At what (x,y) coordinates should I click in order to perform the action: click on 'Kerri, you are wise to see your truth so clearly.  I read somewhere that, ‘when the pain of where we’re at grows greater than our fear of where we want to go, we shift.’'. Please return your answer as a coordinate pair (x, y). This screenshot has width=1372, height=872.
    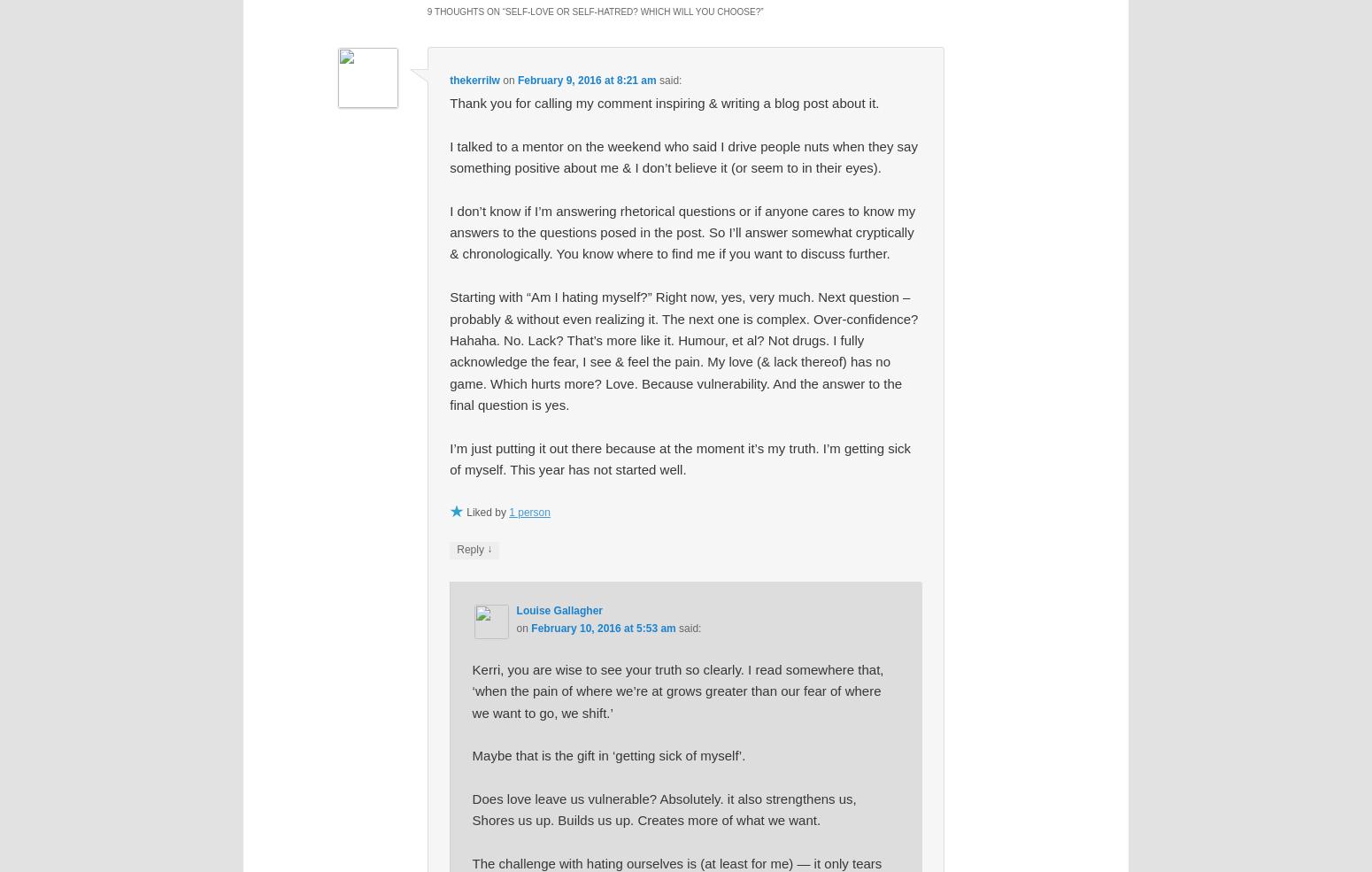
    Looking at the image, I should click on (677, 691).